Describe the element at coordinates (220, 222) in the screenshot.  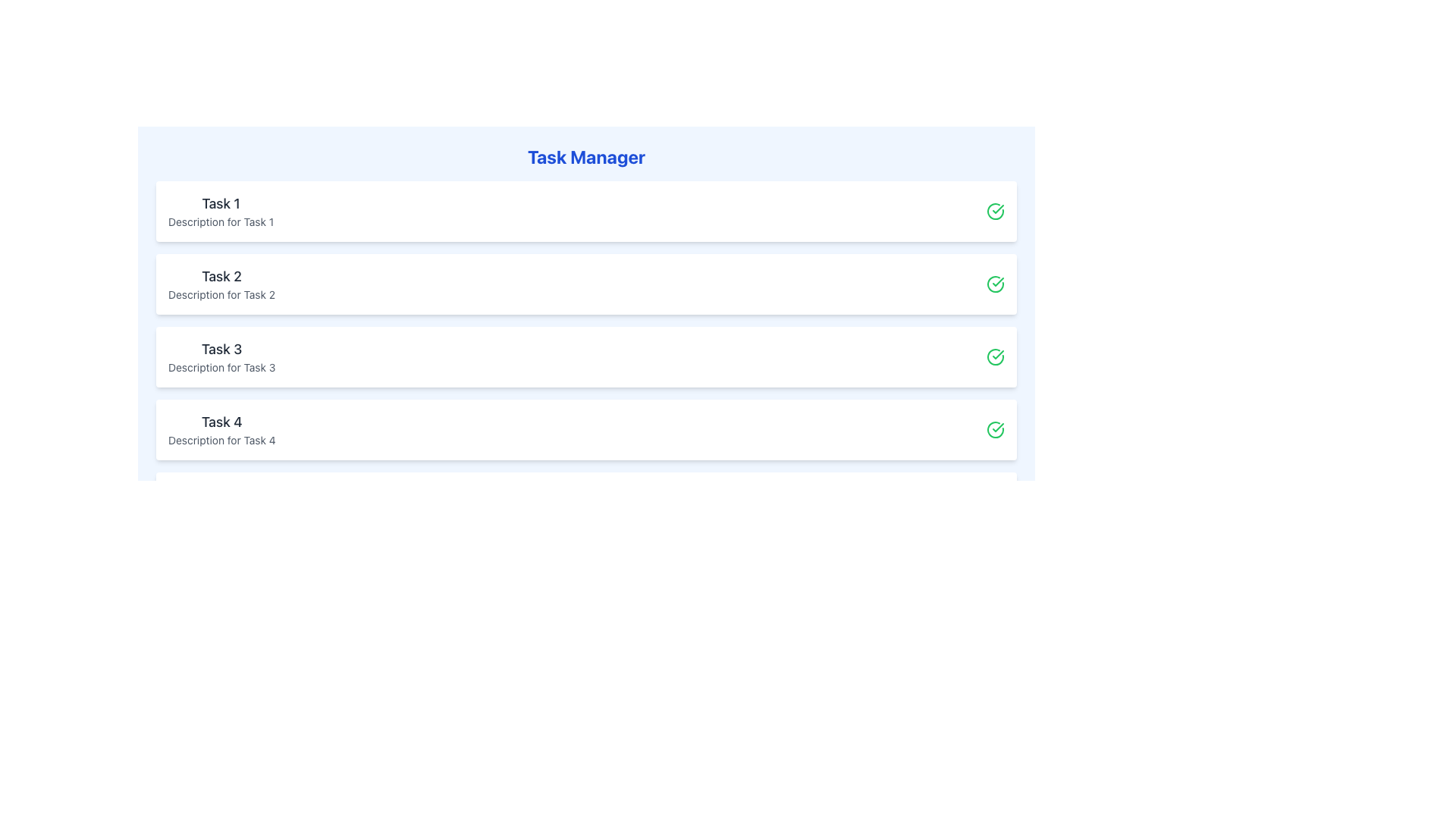
I see `the non-interactive informational Text Label that provides a brief description of 'Task 1', located below the 'Task 1' title` at that location.